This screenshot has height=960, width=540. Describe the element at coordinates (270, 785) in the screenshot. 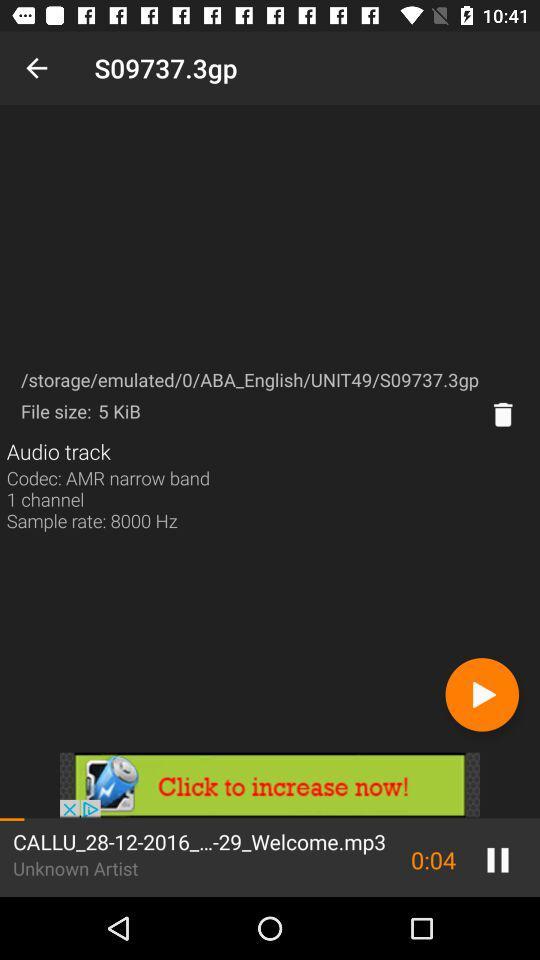

I see `advertisement` at that location.